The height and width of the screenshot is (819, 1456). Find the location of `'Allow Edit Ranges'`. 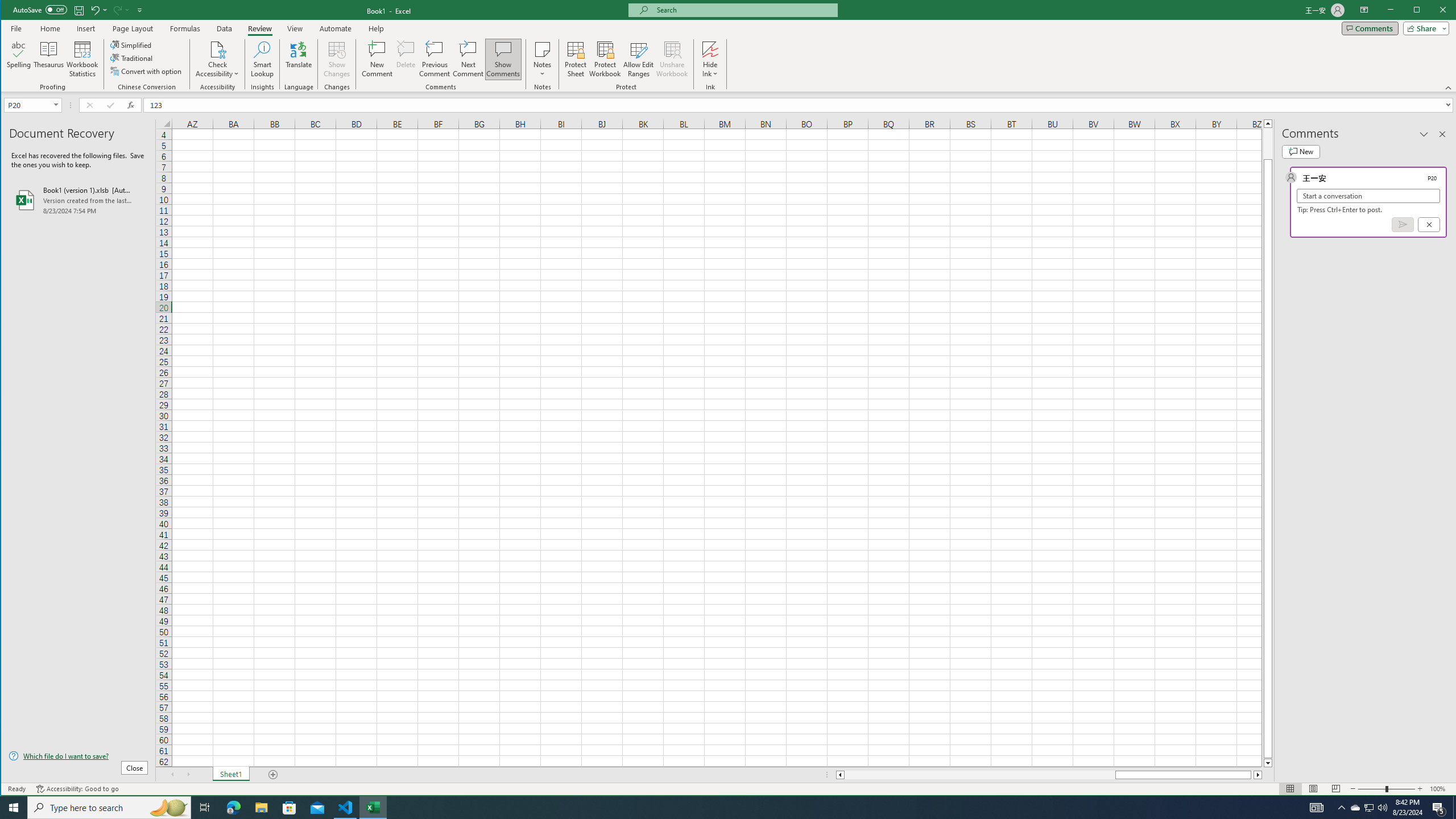

'Allow Edit Ranges' is located at coordinates (638, 59).